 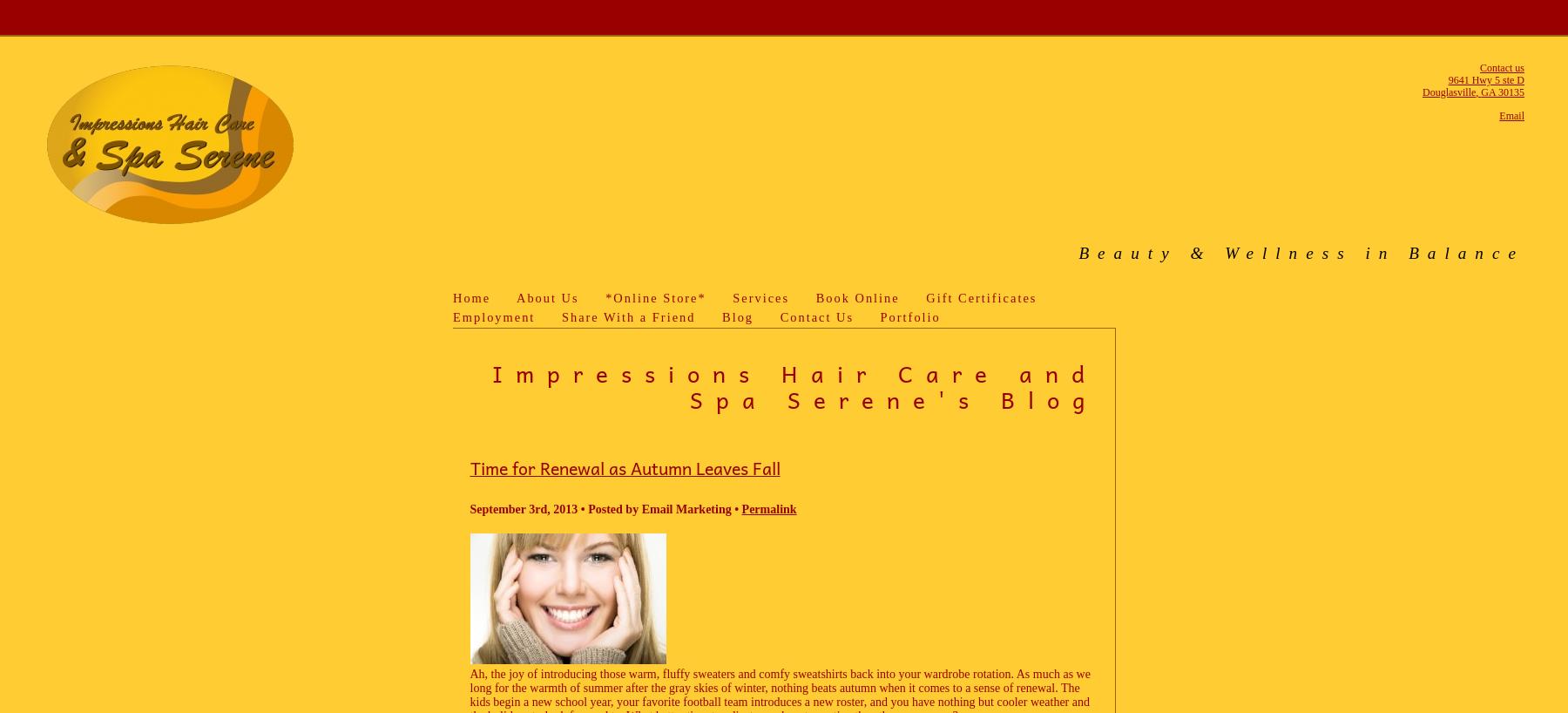 What do you see at coordinates (1488, 92) in the screenshot?
I see `'GA'` at bounding box center [1488, 92].